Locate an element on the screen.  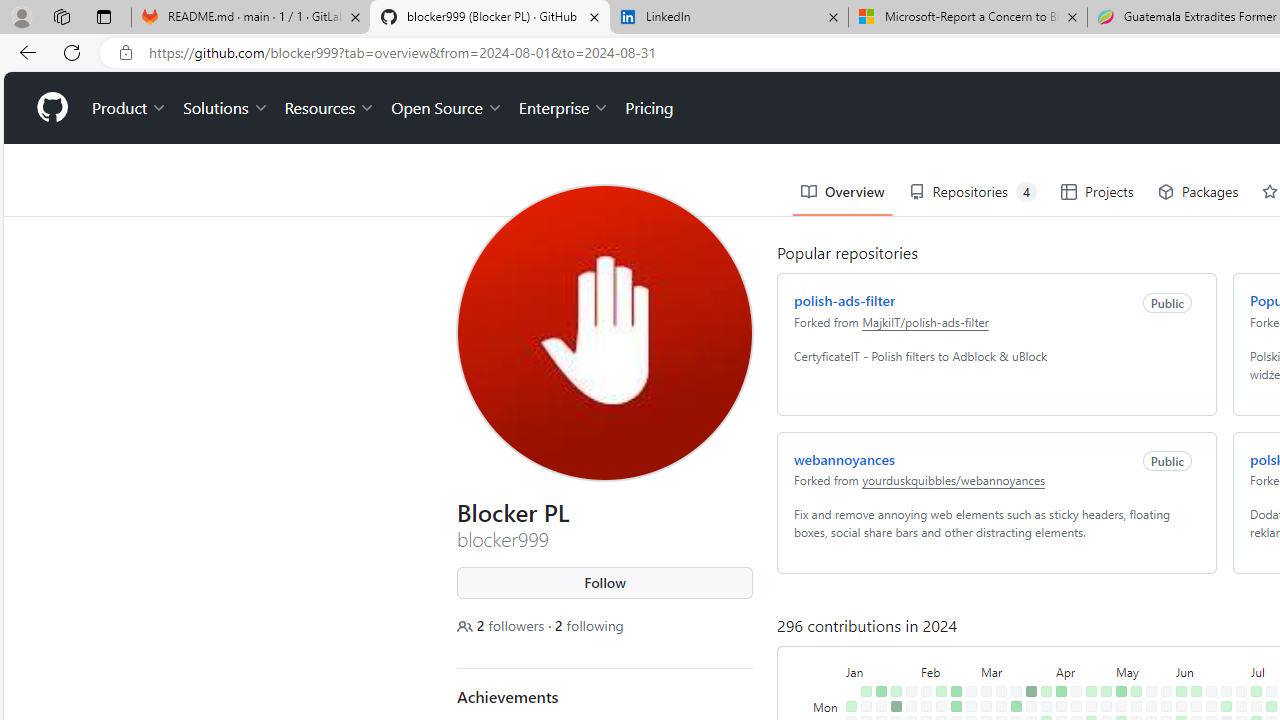
'No contributions on May 26th.' is located at coordinates (1166, 690).